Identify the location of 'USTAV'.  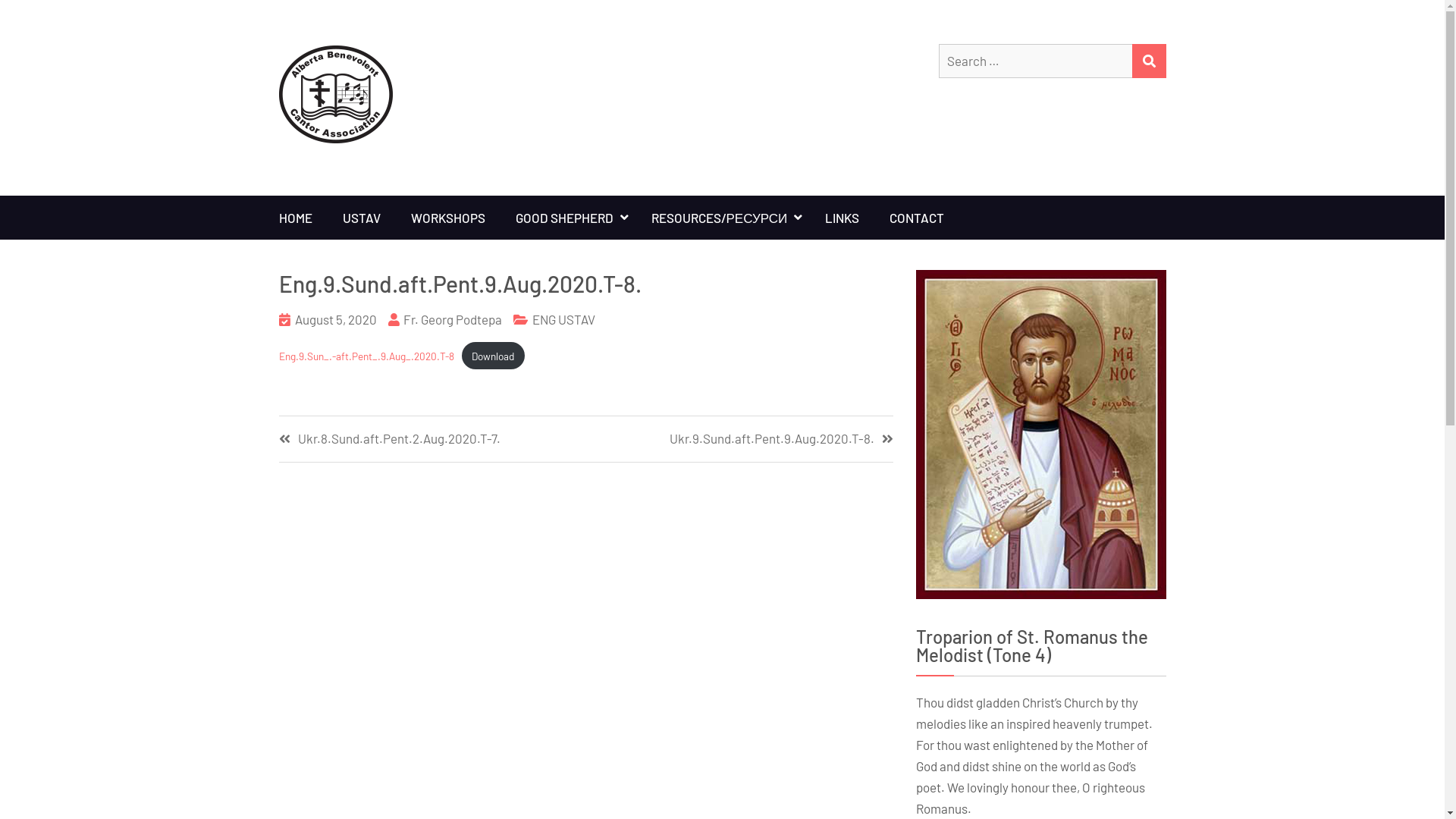
(327, 217).